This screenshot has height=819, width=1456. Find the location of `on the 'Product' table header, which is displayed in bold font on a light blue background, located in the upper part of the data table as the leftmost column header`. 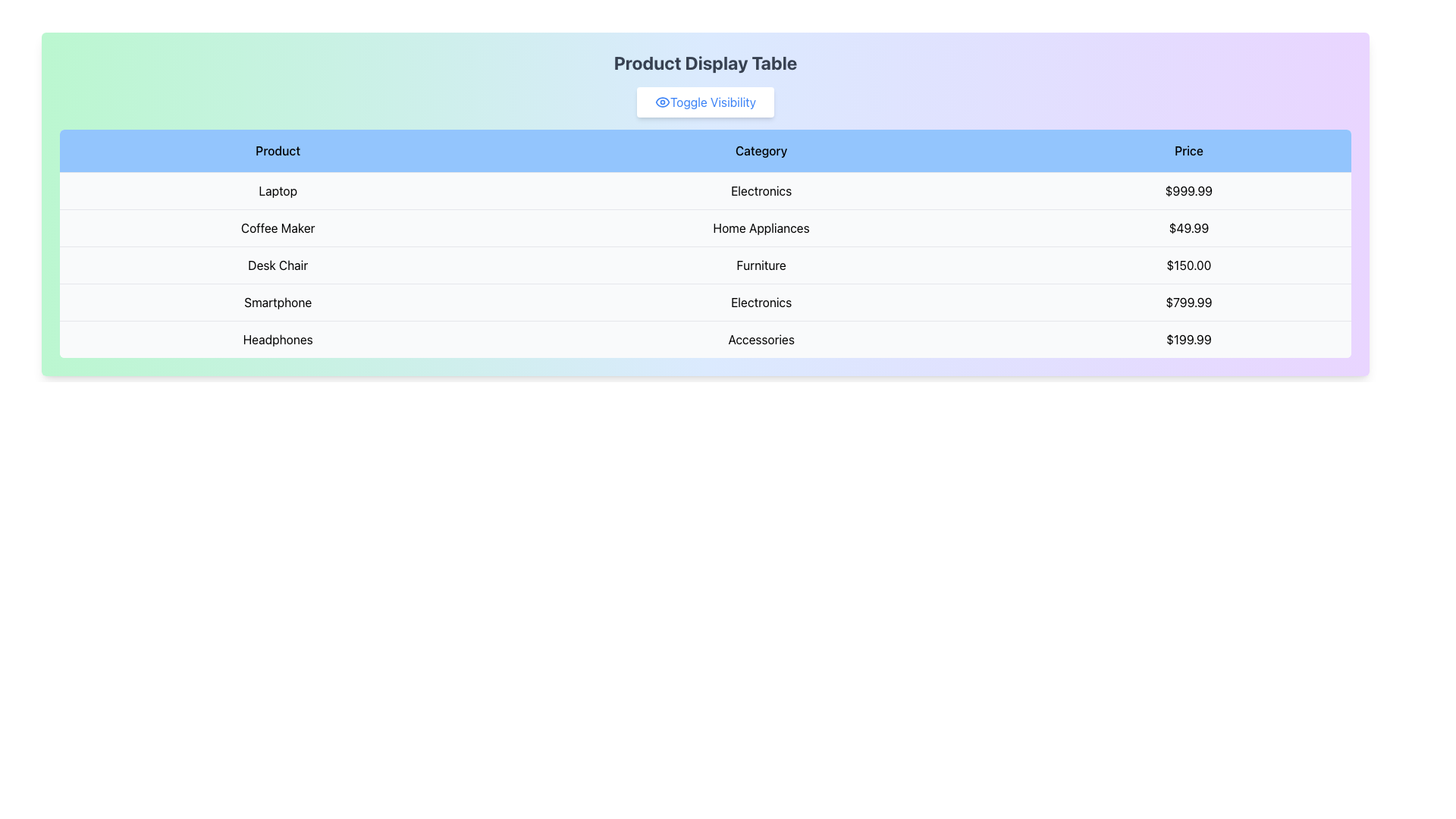

on the 'Product' table header, which is displayed in bold font on a light blue background, located in the upper part of the data table as the leftmost column header is located at coordinates (278, 151).